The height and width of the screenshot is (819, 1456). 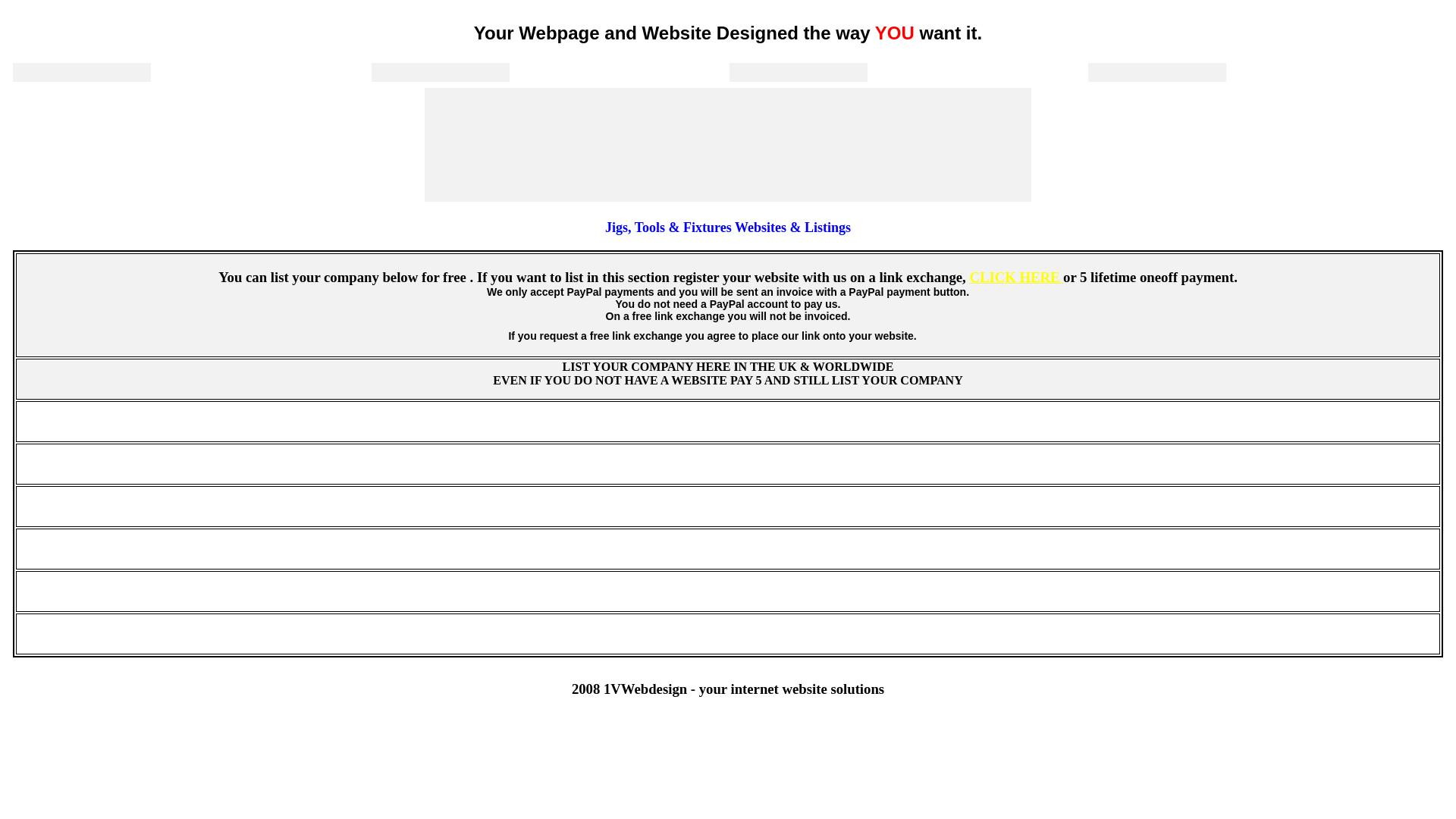 What do you see at coordinates (1015, 277) in the screenshot?
I see `'CLICK HERE'` at bounding box center [1015, 277].